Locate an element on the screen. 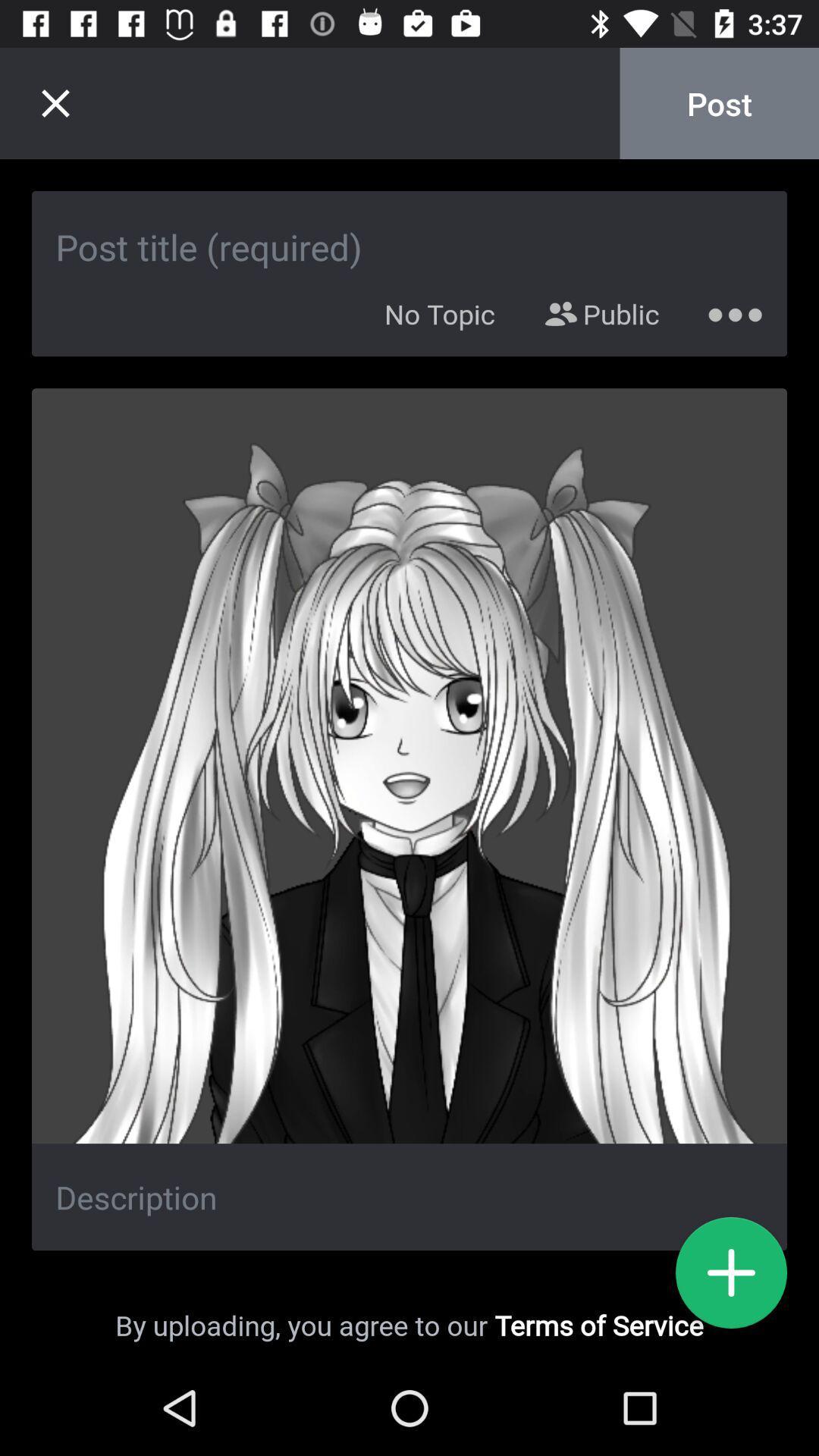 The image size is (819, 1456). exit is located at coordinates (55, 102).